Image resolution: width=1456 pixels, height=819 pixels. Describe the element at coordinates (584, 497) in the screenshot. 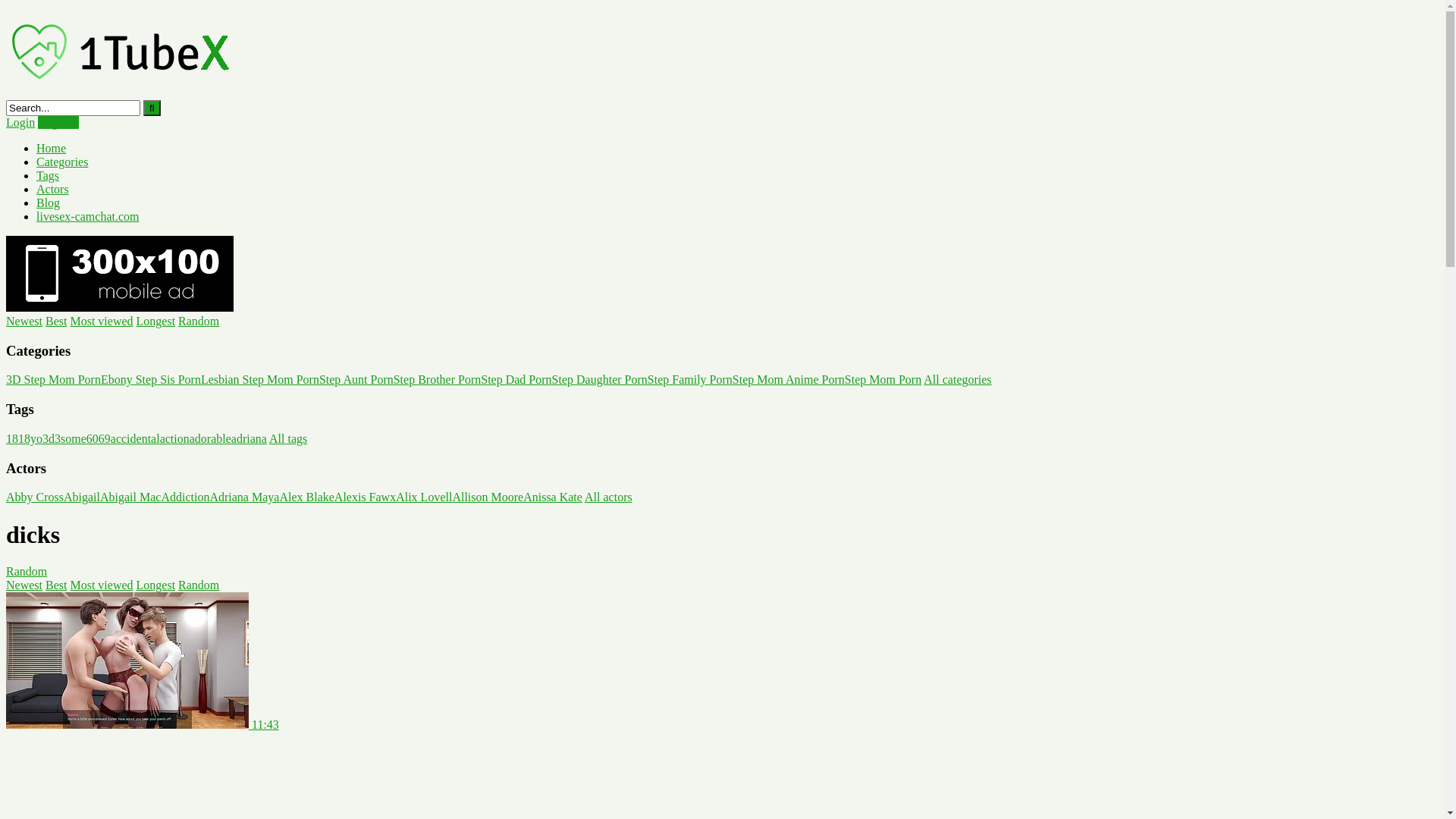

I see `'All actors'` at that location.